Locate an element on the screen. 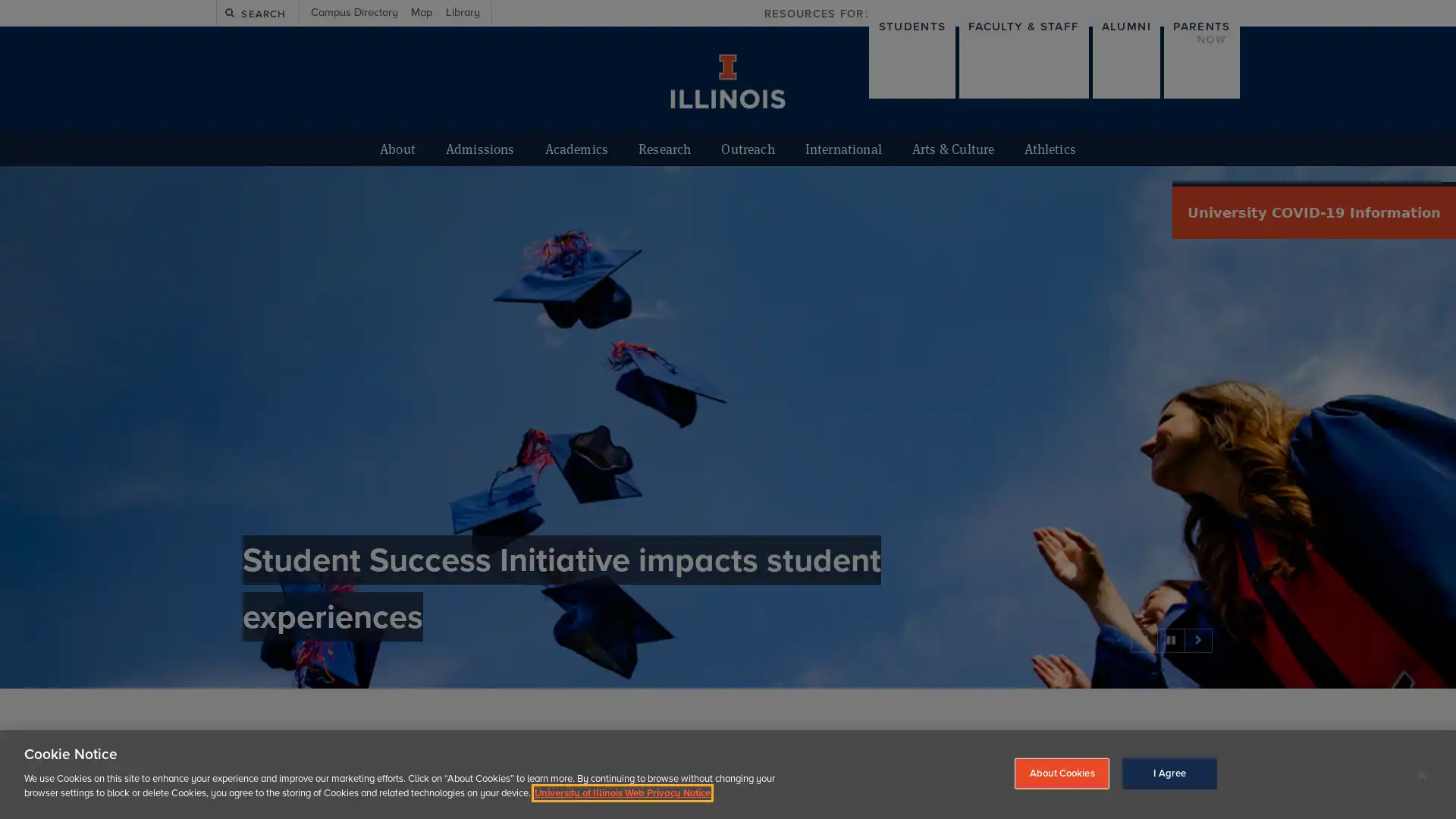 Image resolution: width=1456 pixels, height=819 pixels. About Cookies is located at coordinates (1061, 773).